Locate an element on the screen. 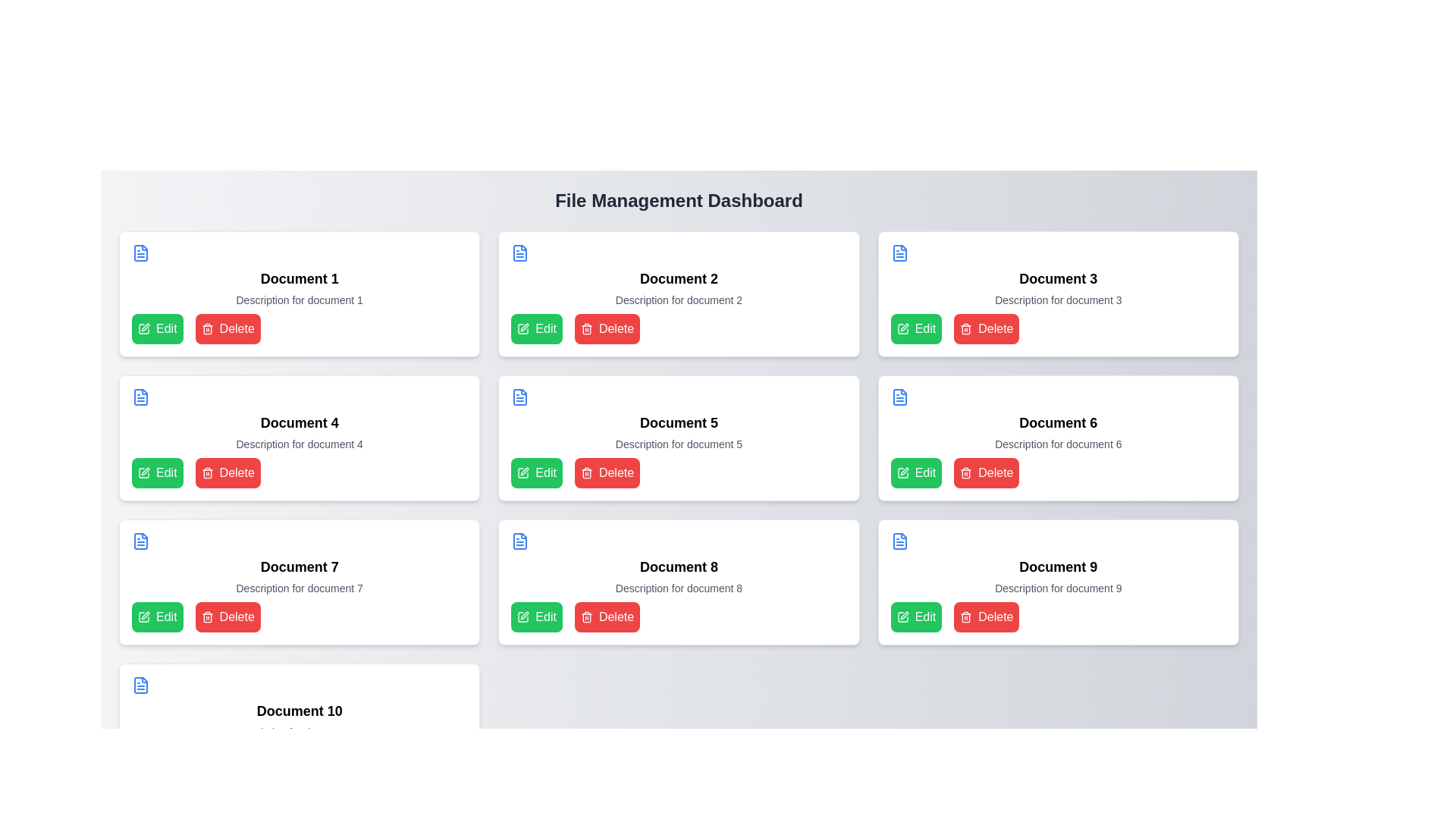 This screenshot has width=1456, height=819. the leftmost button in the pair within the card labeled 'Document 6' is located at coordinates (915, 472).